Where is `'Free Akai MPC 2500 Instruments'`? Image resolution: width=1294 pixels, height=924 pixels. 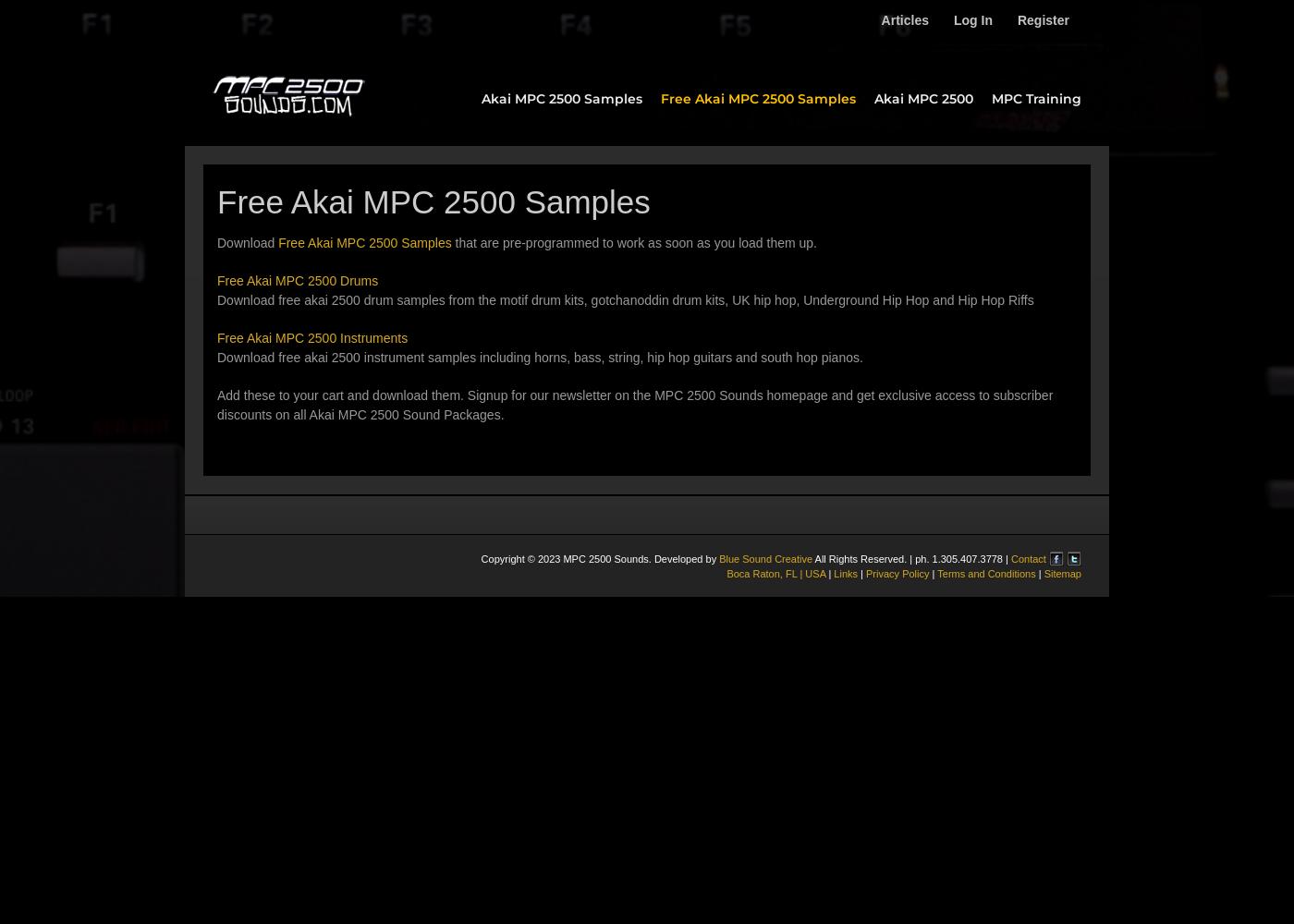
'Free Akai MPC 2500 Instruments' is located at coordinates (311, 336).